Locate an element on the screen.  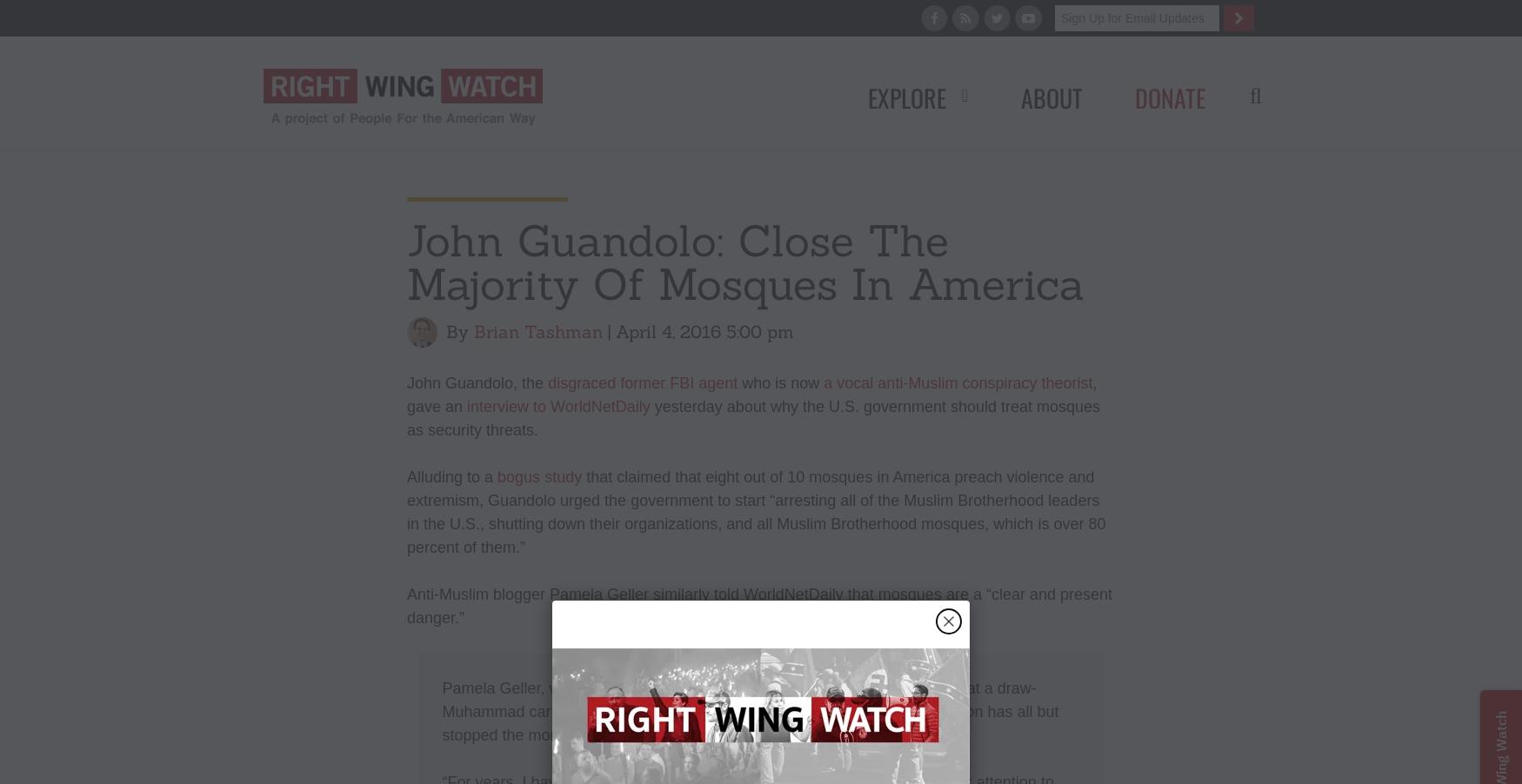
'By' is located at coordinates (459, 331).